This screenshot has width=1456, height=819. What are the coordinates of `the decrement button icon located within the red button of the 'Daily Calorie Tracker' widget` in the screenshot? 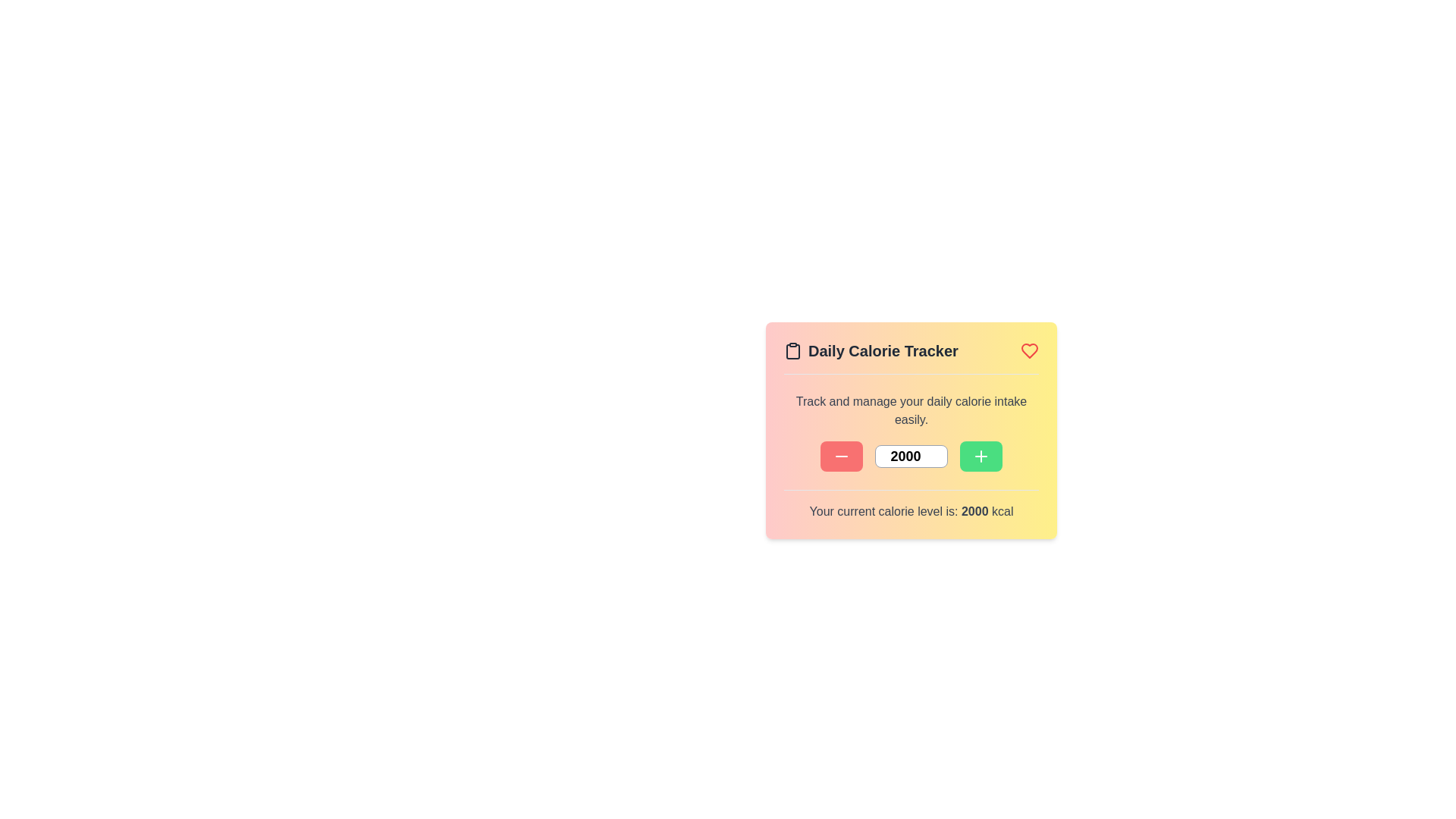 It's located at (840, 455).